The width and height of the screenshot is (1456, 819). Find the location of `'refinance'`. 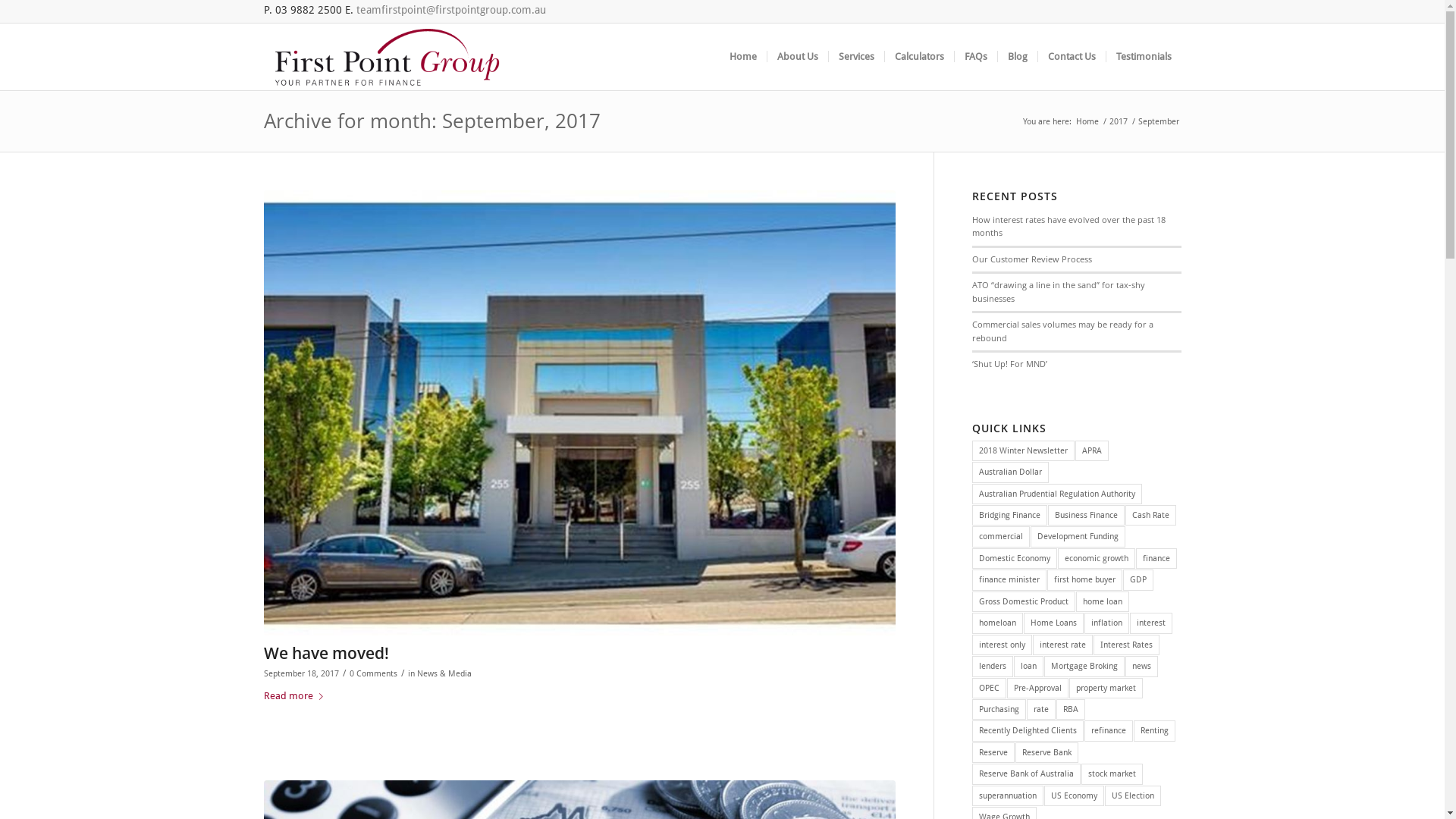

'refinance' is located at coordinates (1109, 730).